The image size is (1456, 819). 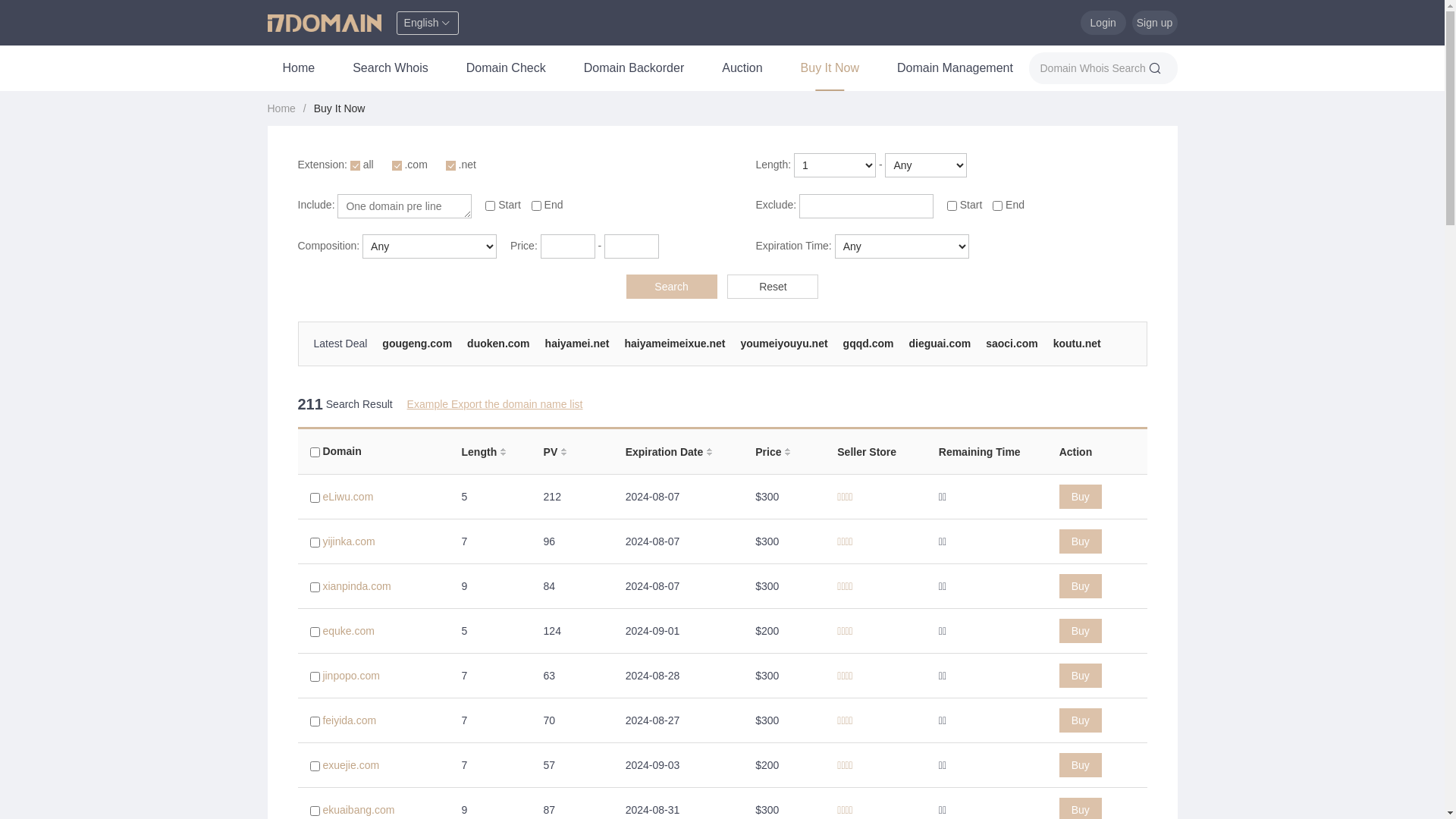 I want to click on 'Auction', so click(x=705, y=67).